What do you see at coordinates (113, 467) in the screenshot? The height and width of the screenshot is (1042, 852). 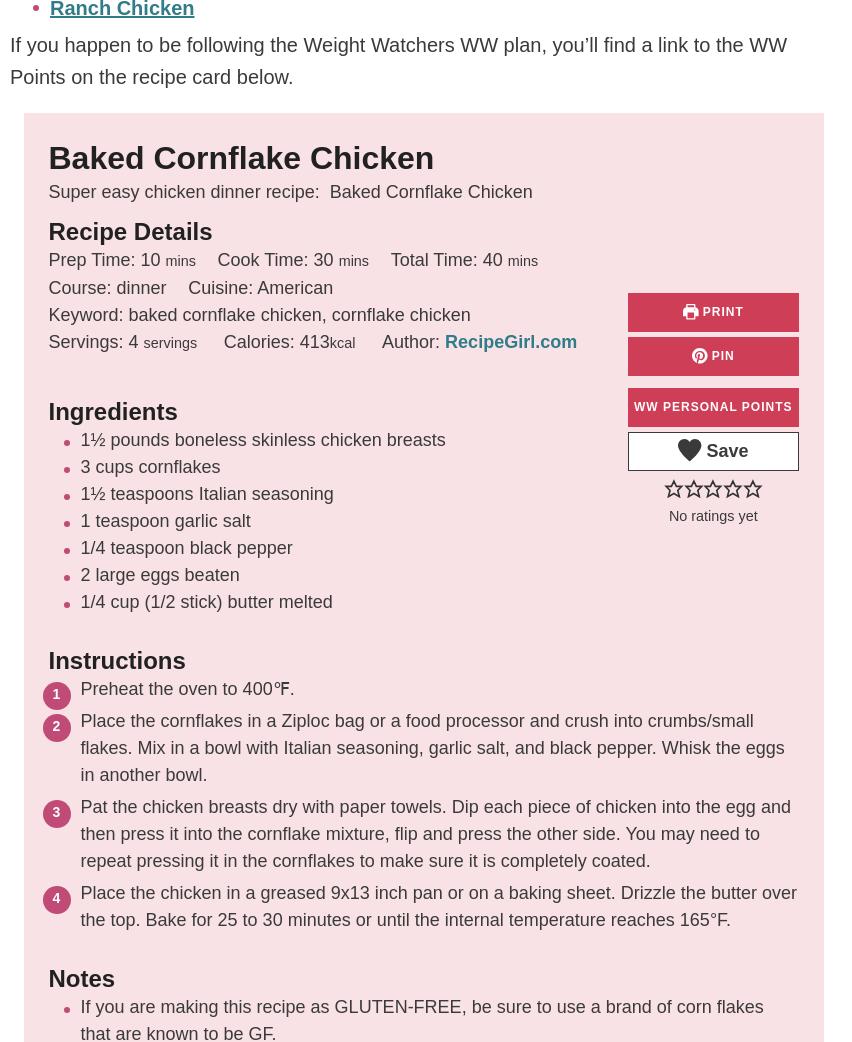 I see `'cups'` at bounding box center [113, 467].